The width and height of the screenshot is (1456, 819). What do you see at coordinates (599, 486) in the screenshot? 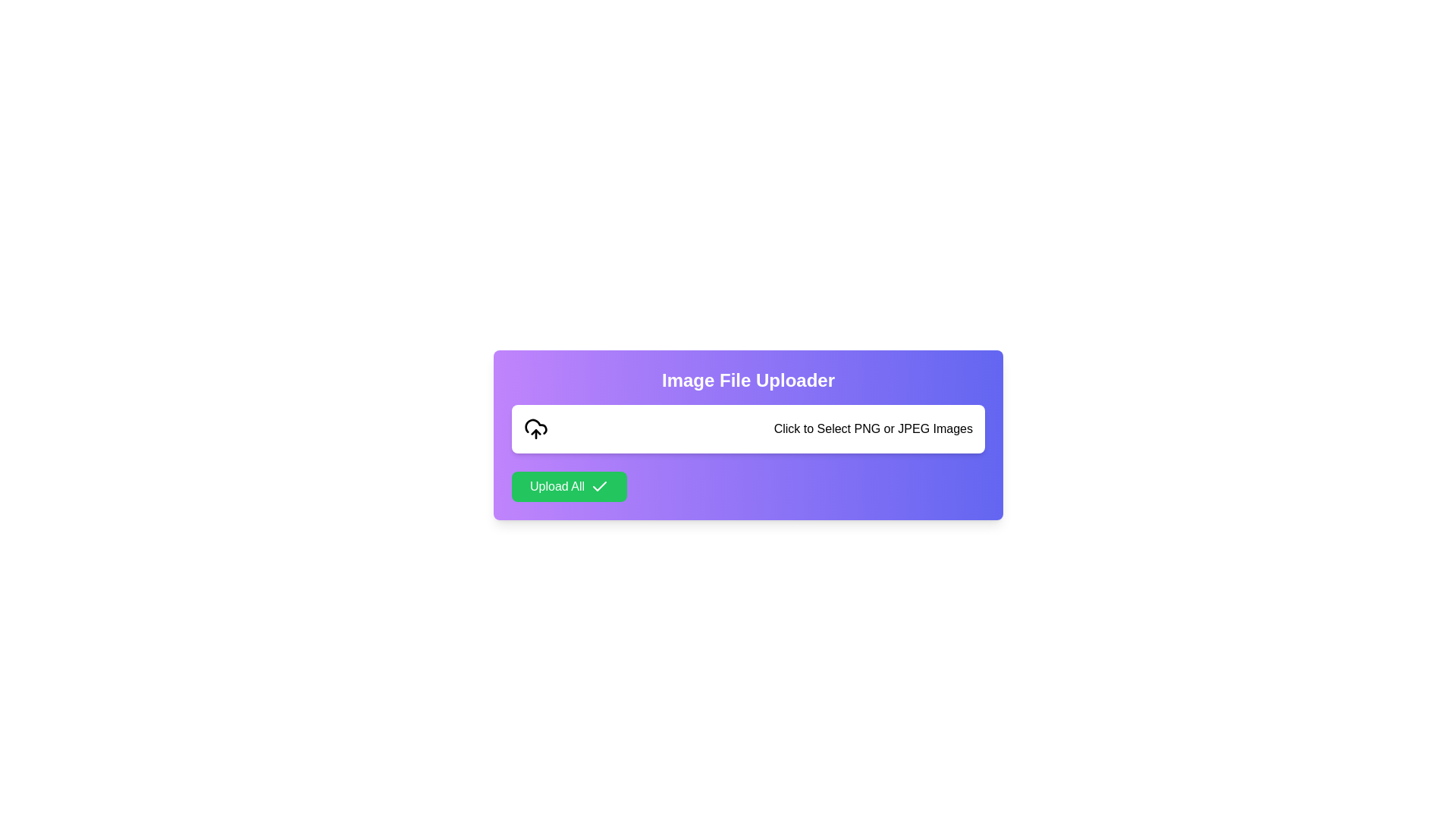
I see `the checkmark icon, which provides visual feedback for the 'Upload All' button, located on the right-hand side of the button label` at bounding box center [599, 486].